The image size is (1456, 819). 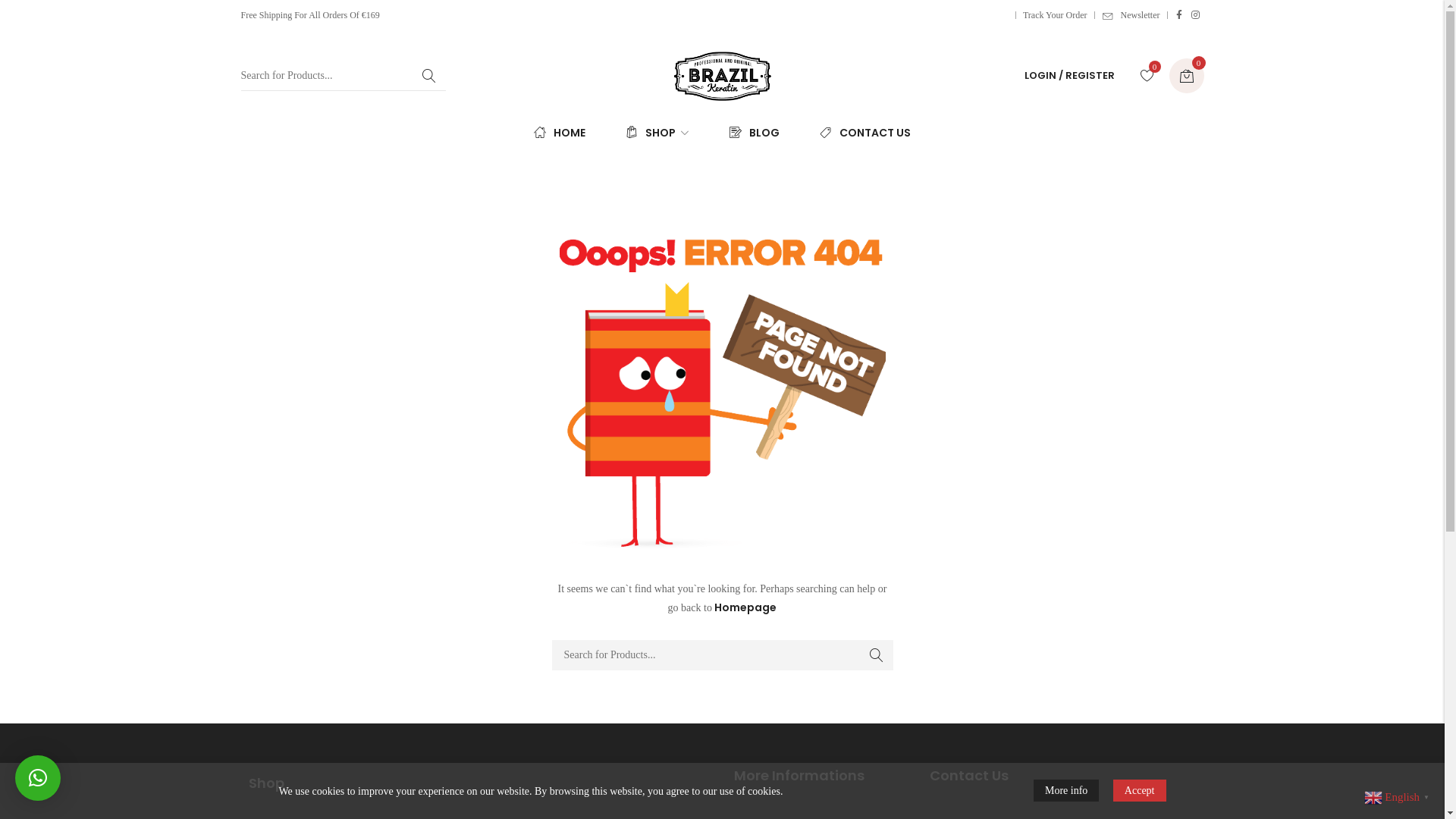 I want to click on 'Newsletter', so click(x=1131, y=14).